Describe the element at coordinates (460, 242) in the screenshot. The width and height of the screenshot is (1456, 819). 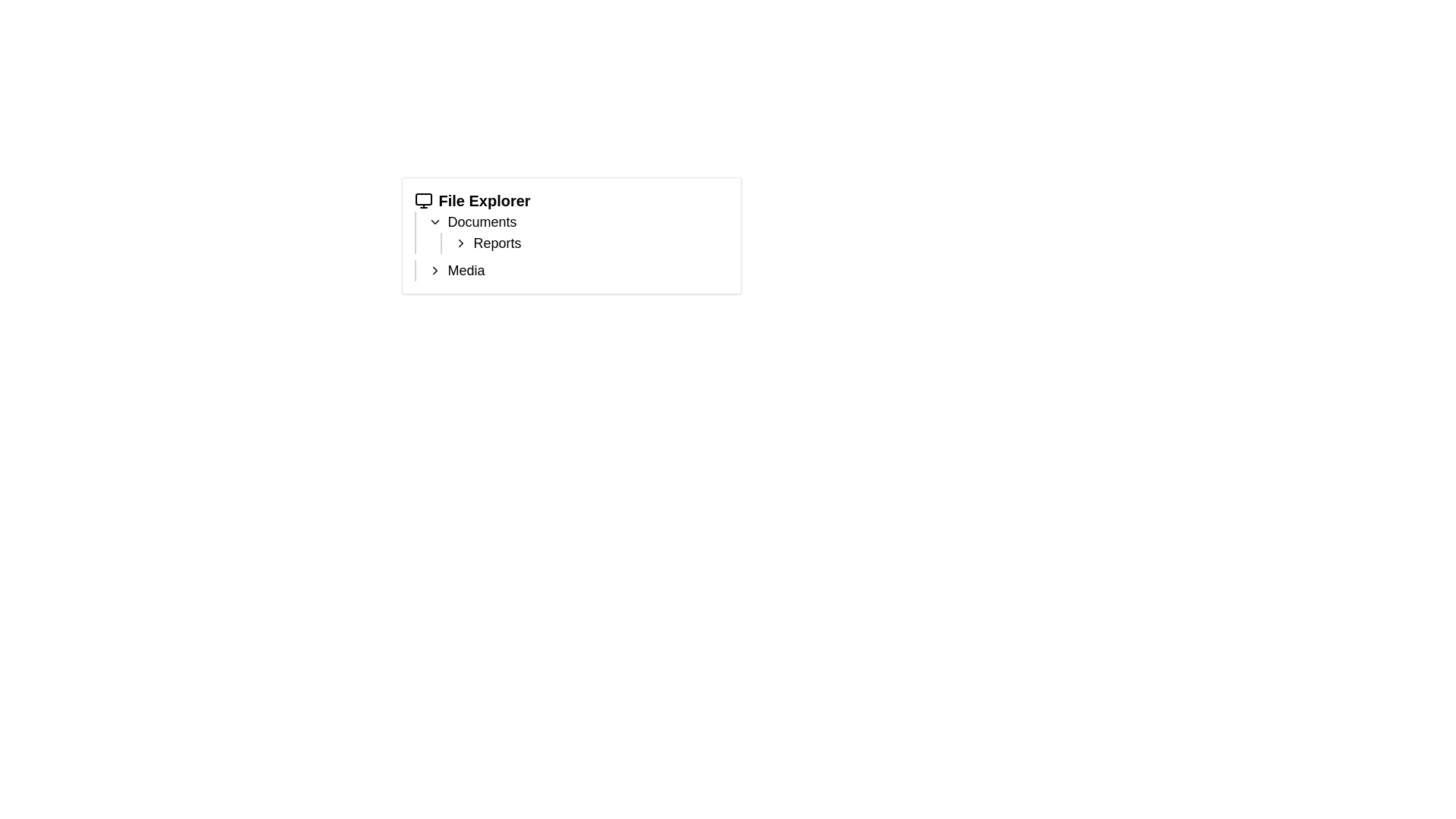
I see `the right-facing chevron icon in the 'Reports' row of the 'File Explorer' dropdown` at that location.